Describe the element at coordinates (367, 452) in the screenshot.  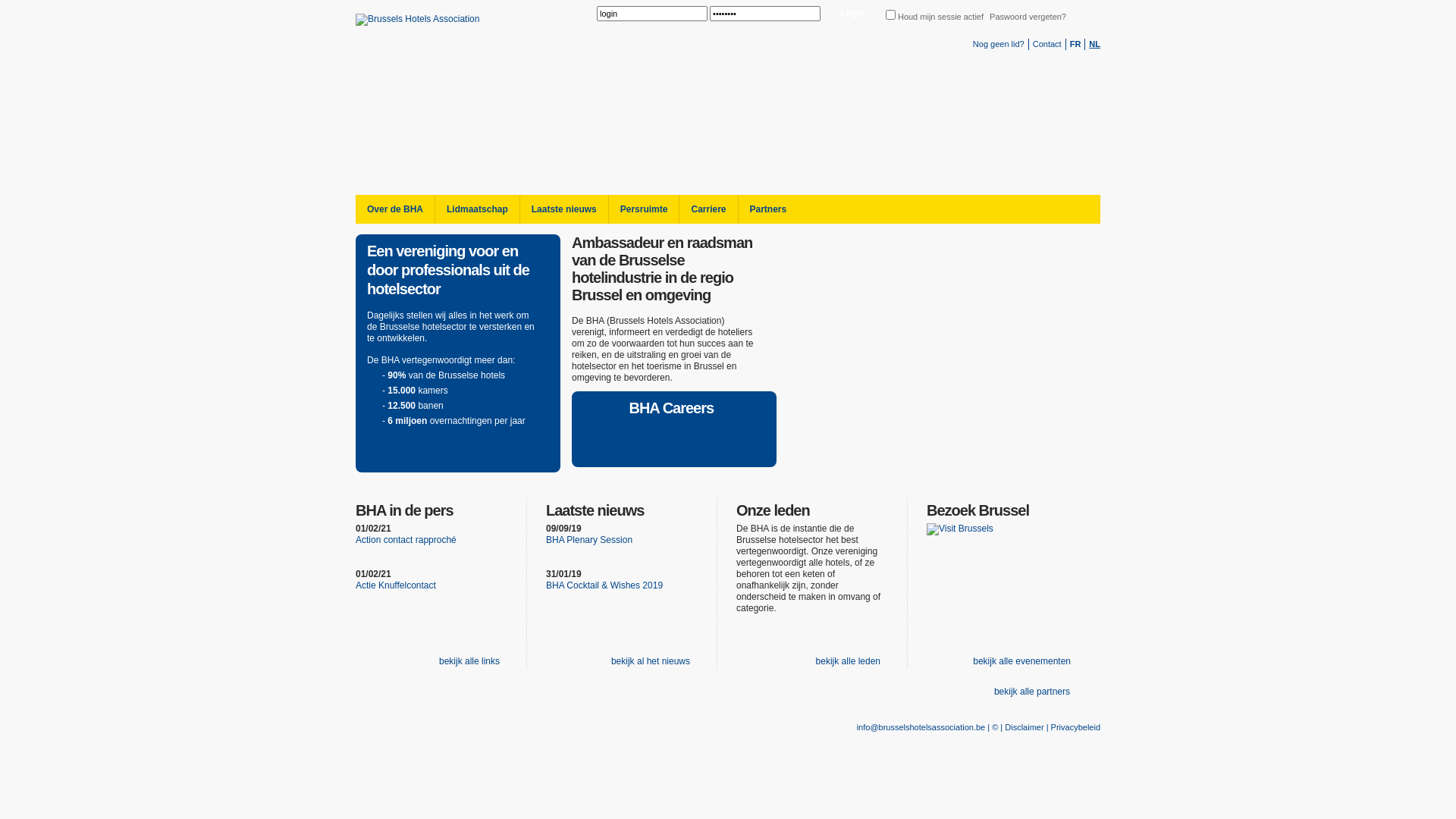
I see `'Lid worden'` at that location.